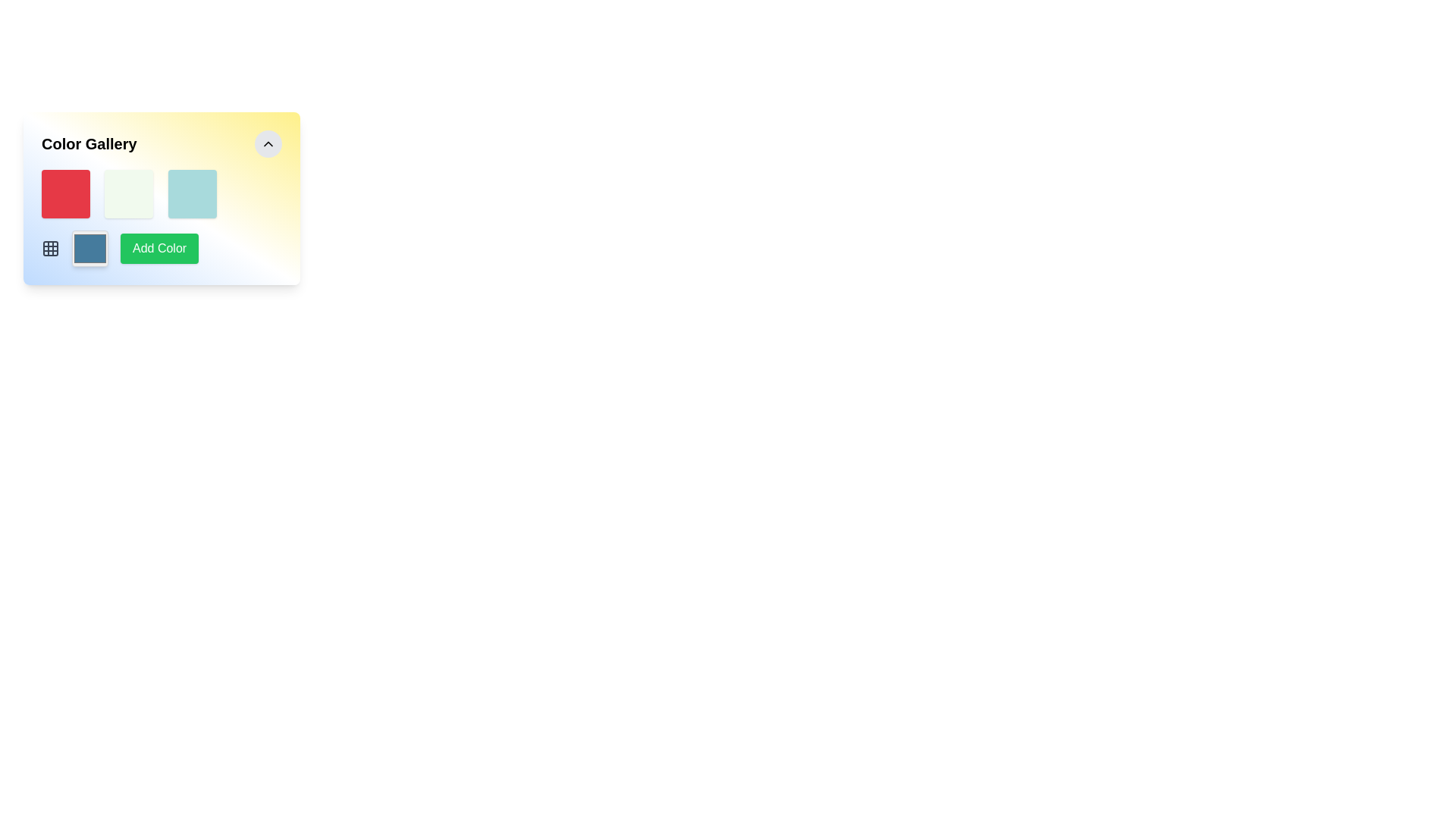 The image size is (1456, 819). I want to click on the color swatch displaying hex code #457B9D, so click(89, 247).